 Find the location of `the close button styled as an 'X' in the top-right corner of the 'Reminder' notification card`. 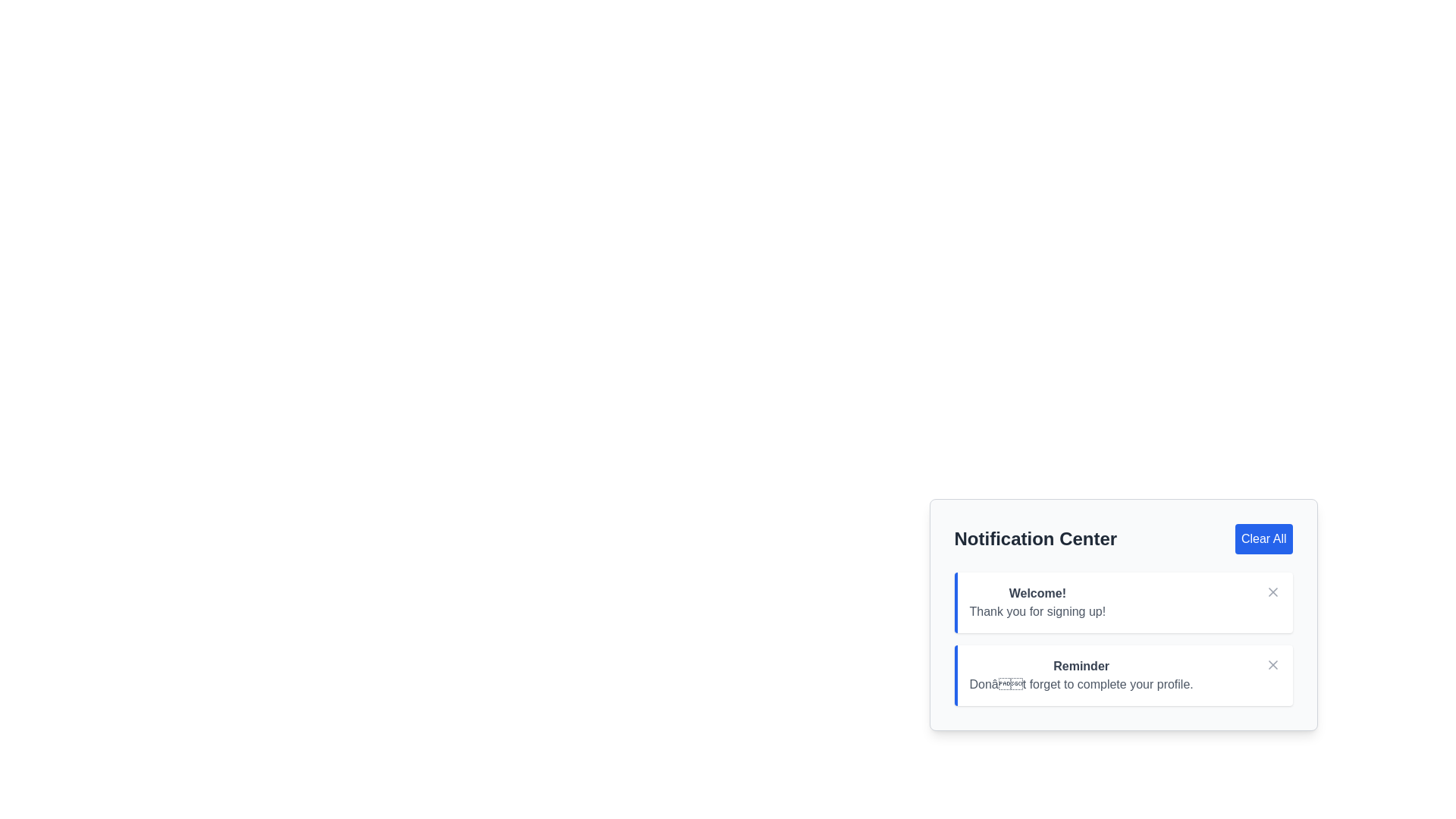

the close button styled as an 'X' in the top-right corner of the 'Reminder' notification card is located at coordinates (1272, 664).